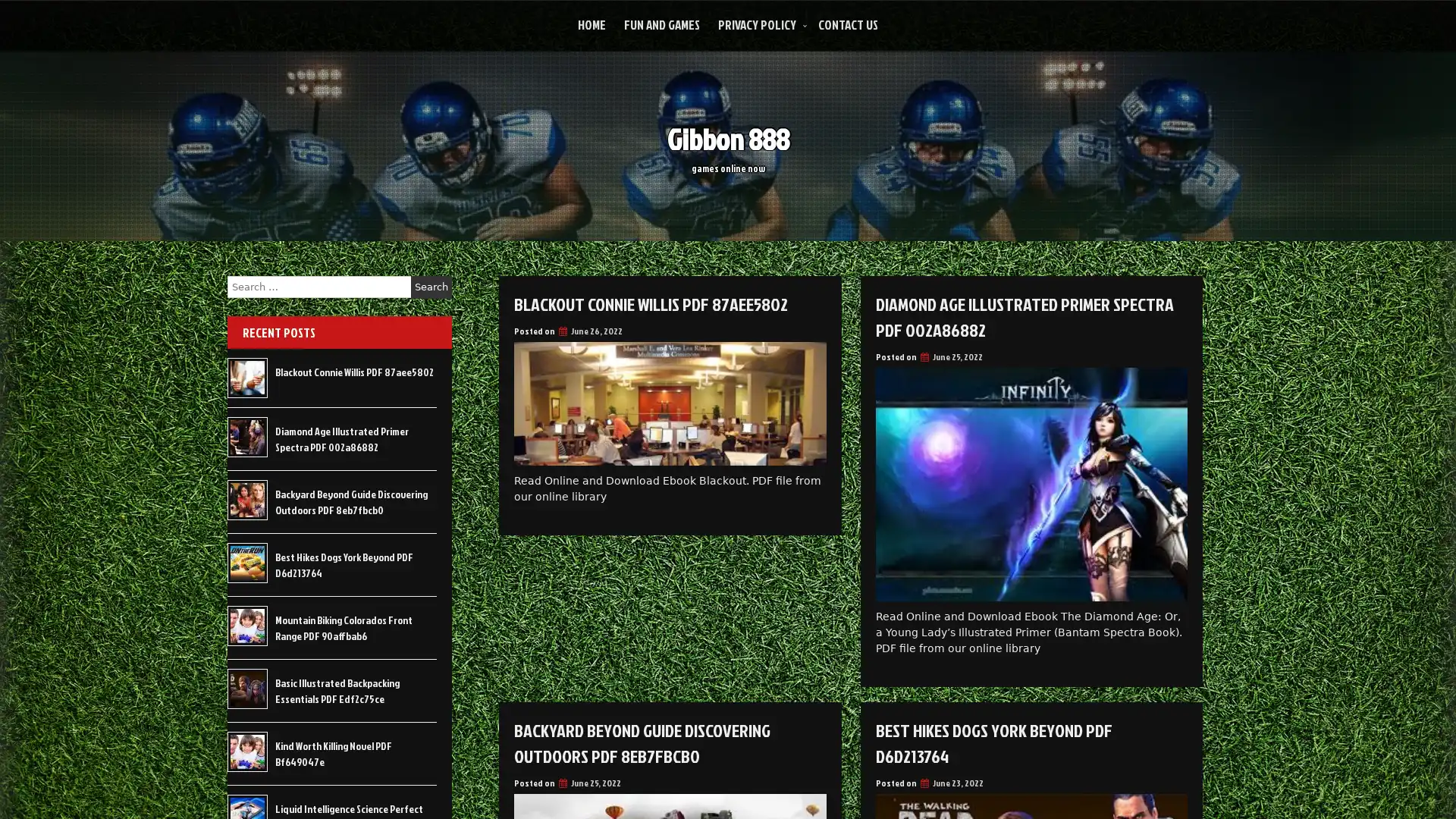 The height and width of the screenshot is (819, 1456). I want to click on Search, so click(431, 287).